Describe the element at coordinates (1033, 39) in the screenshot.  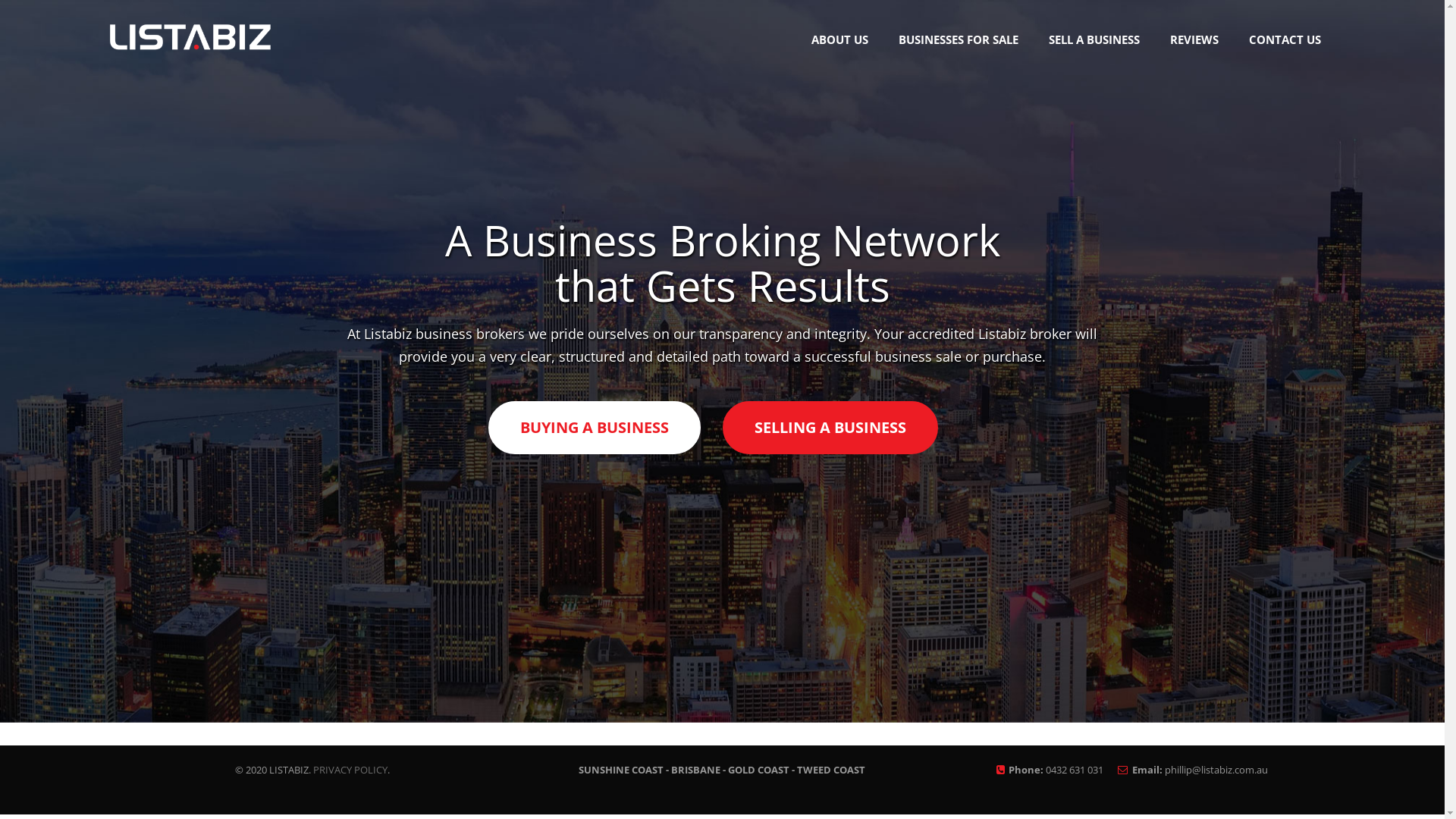
I see `'SELL A BUSINESS'` at that location.